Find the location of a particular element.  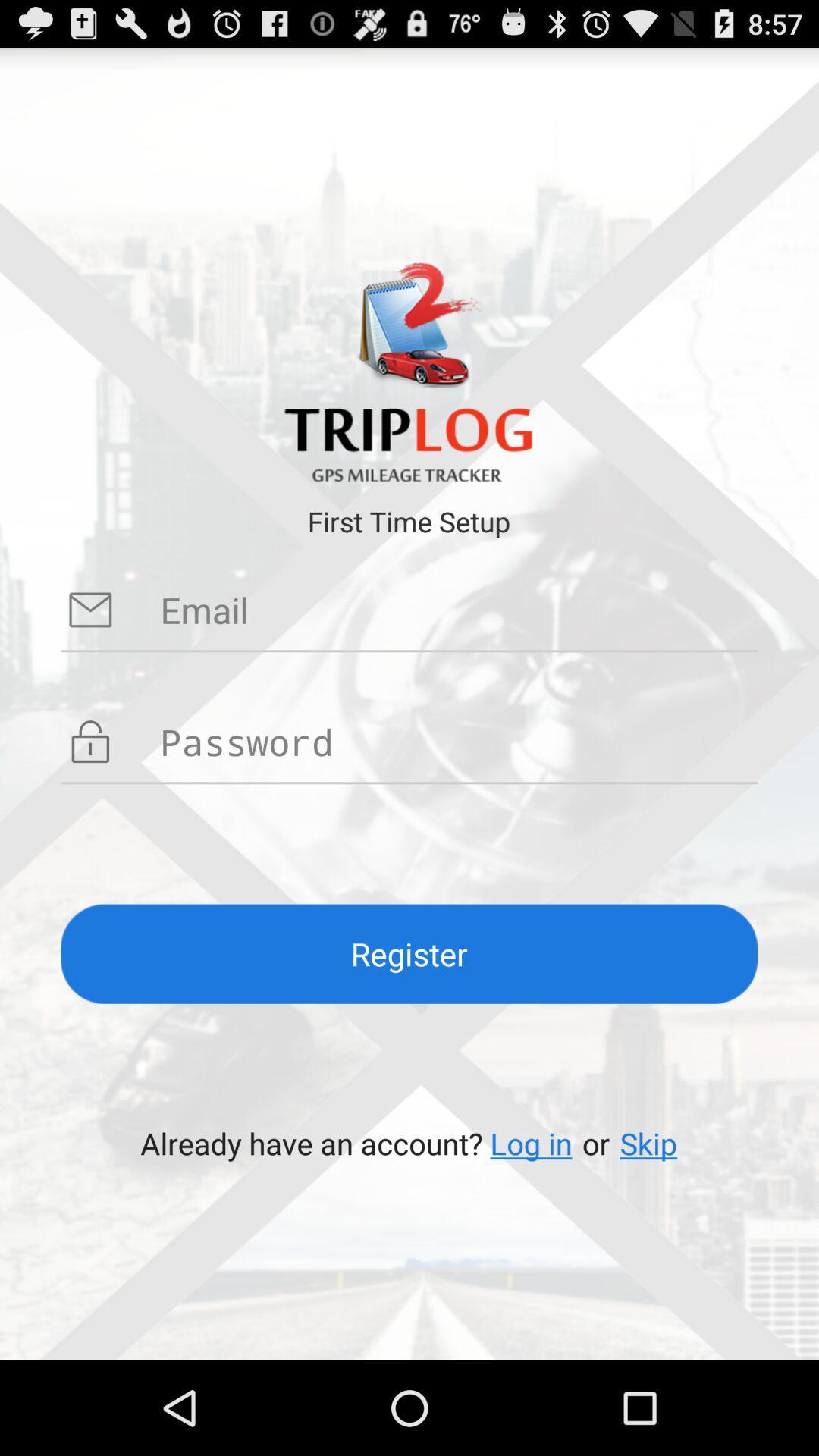

set up email for triplog is located at coordinates (458, 610).